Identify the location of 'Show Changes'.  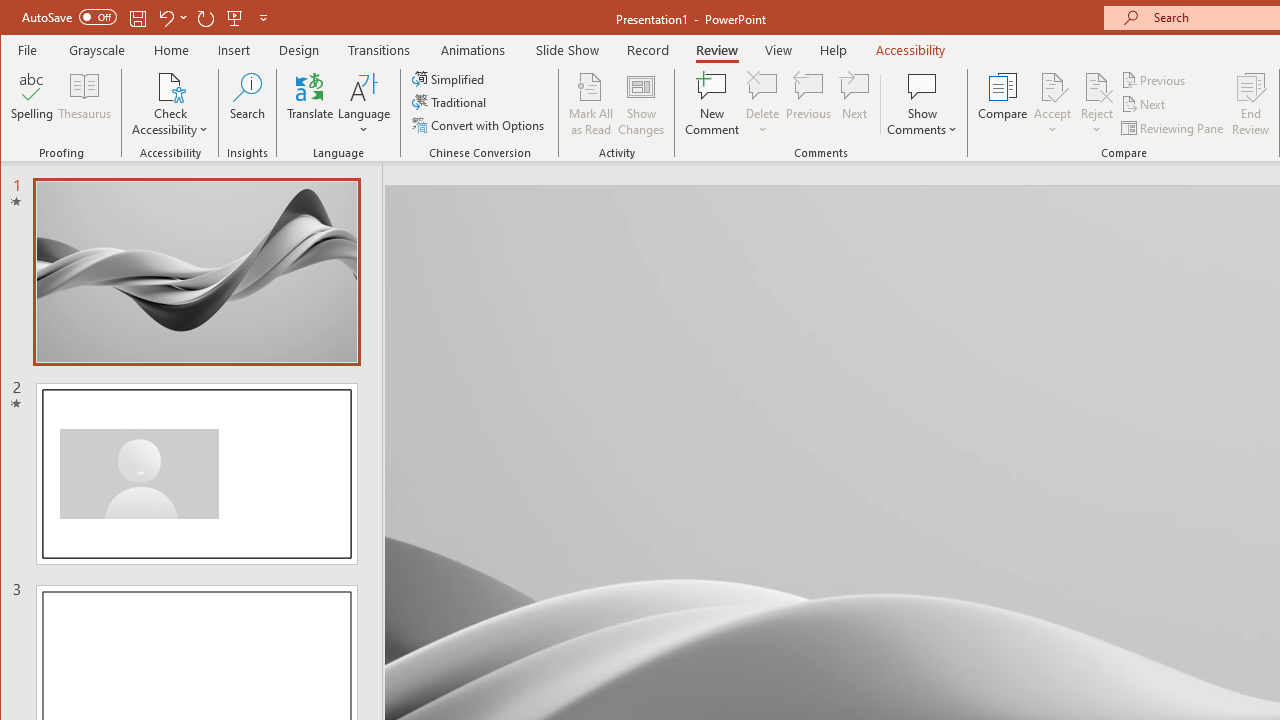
(641, 104).